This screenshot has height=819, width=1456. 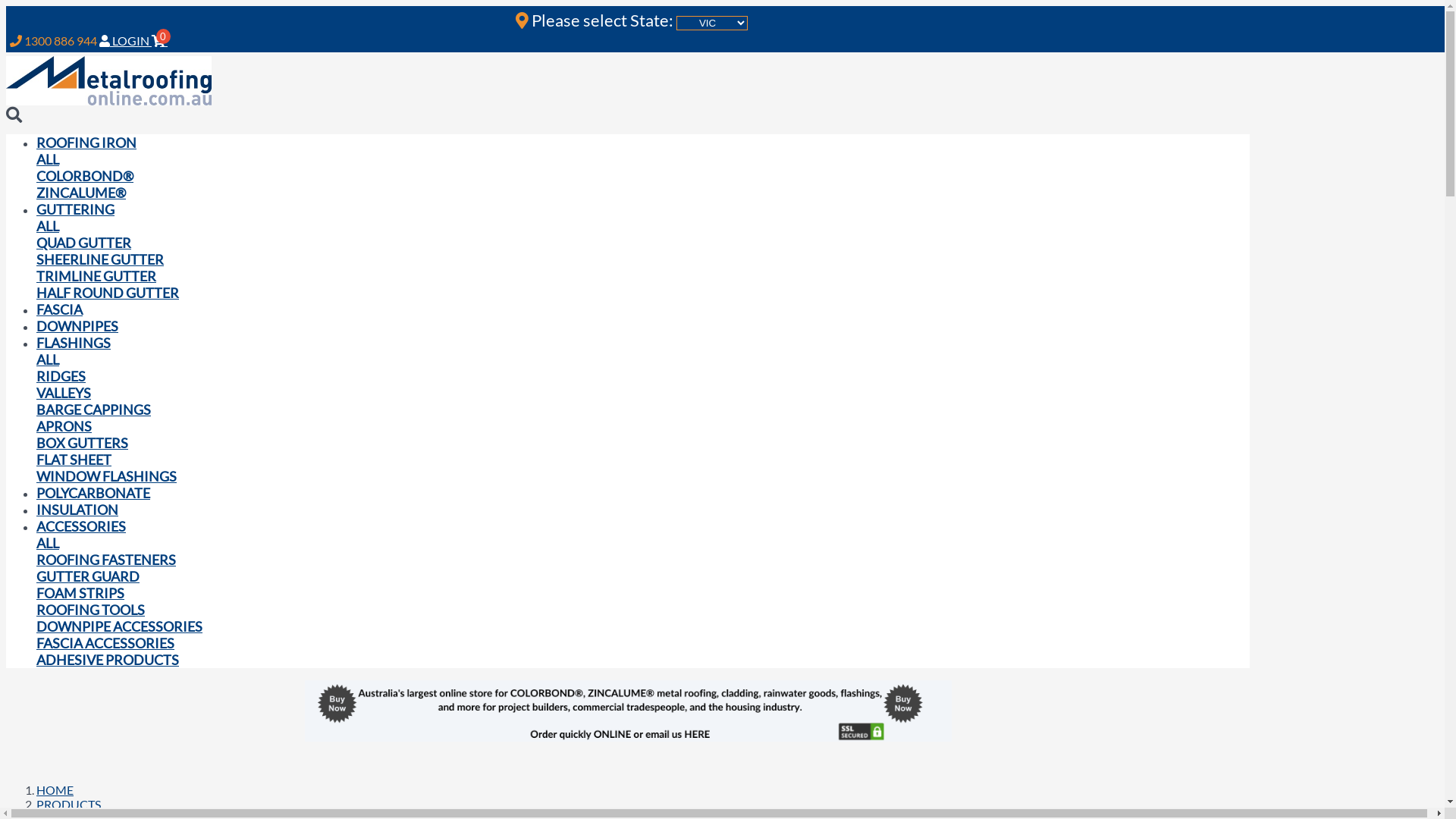 What do you see at coordinates (81, 442) in the screenshot?
I see `'BOX GUTTERS'` at bounding box center [81, 442].